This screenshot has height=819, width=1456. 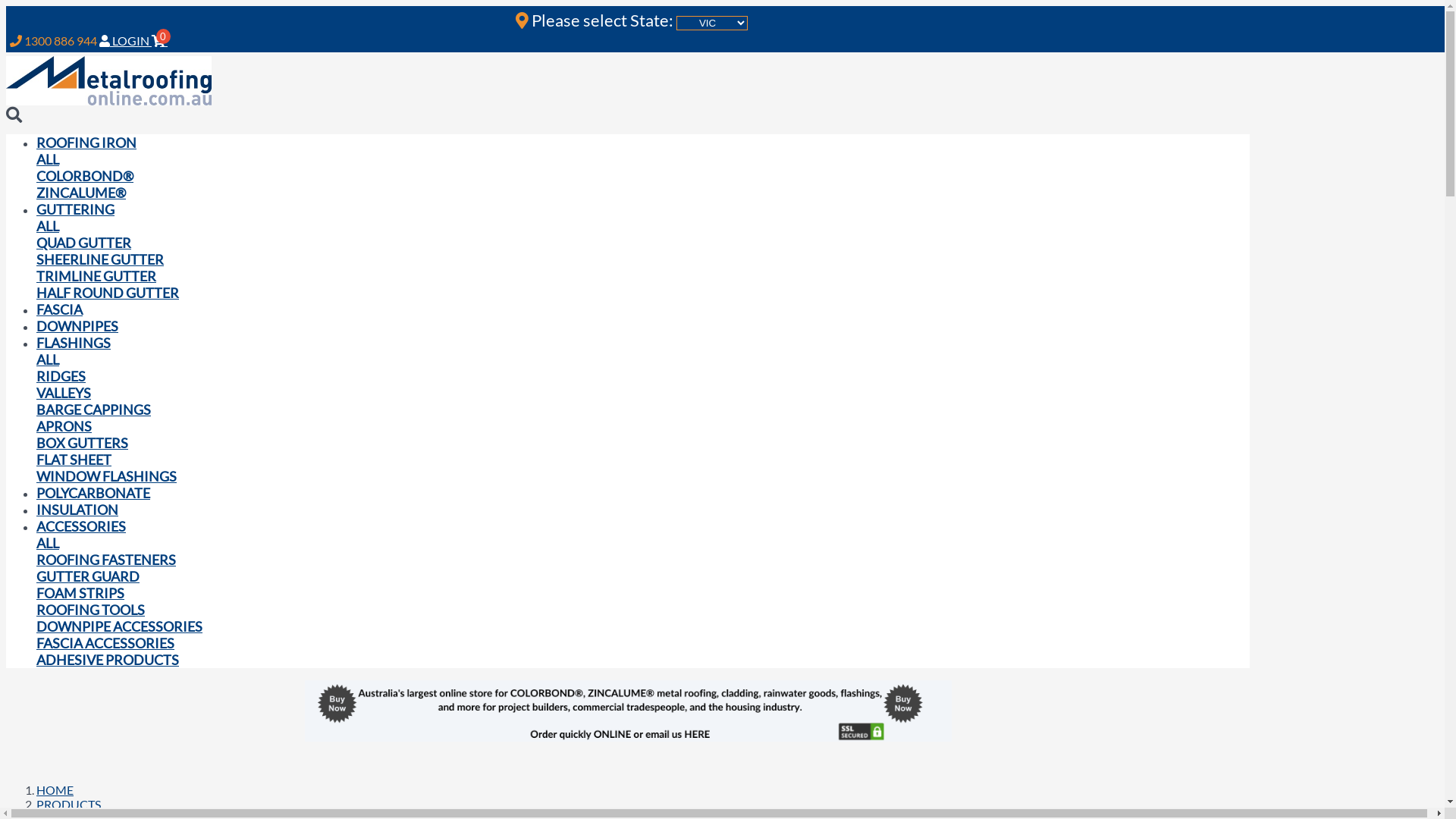 What do you see at coordinates (81, 442) in the screenshot?
I see `'BOX GUTTERS'` at bounding box center [81, 442].